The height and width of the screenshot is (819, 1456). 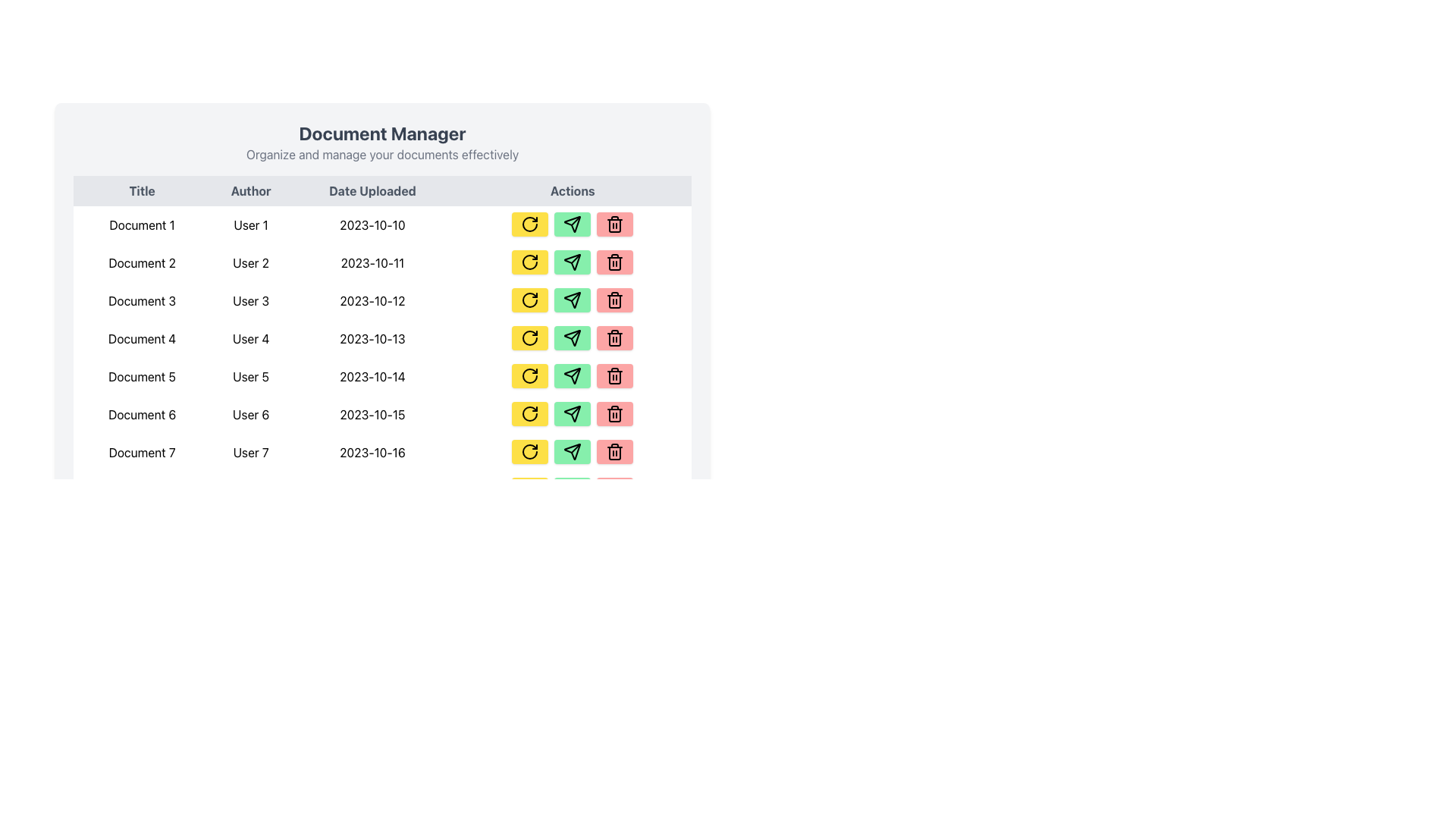 What do you see at coordinates (572, 337) in the screenshot?
I see `the green send button with rounded corners and an arrow icon located in the 'Actions' column, positioned to the right of the yellow refresh button and to the left of the red delete button` at bounding box center [572, 337].